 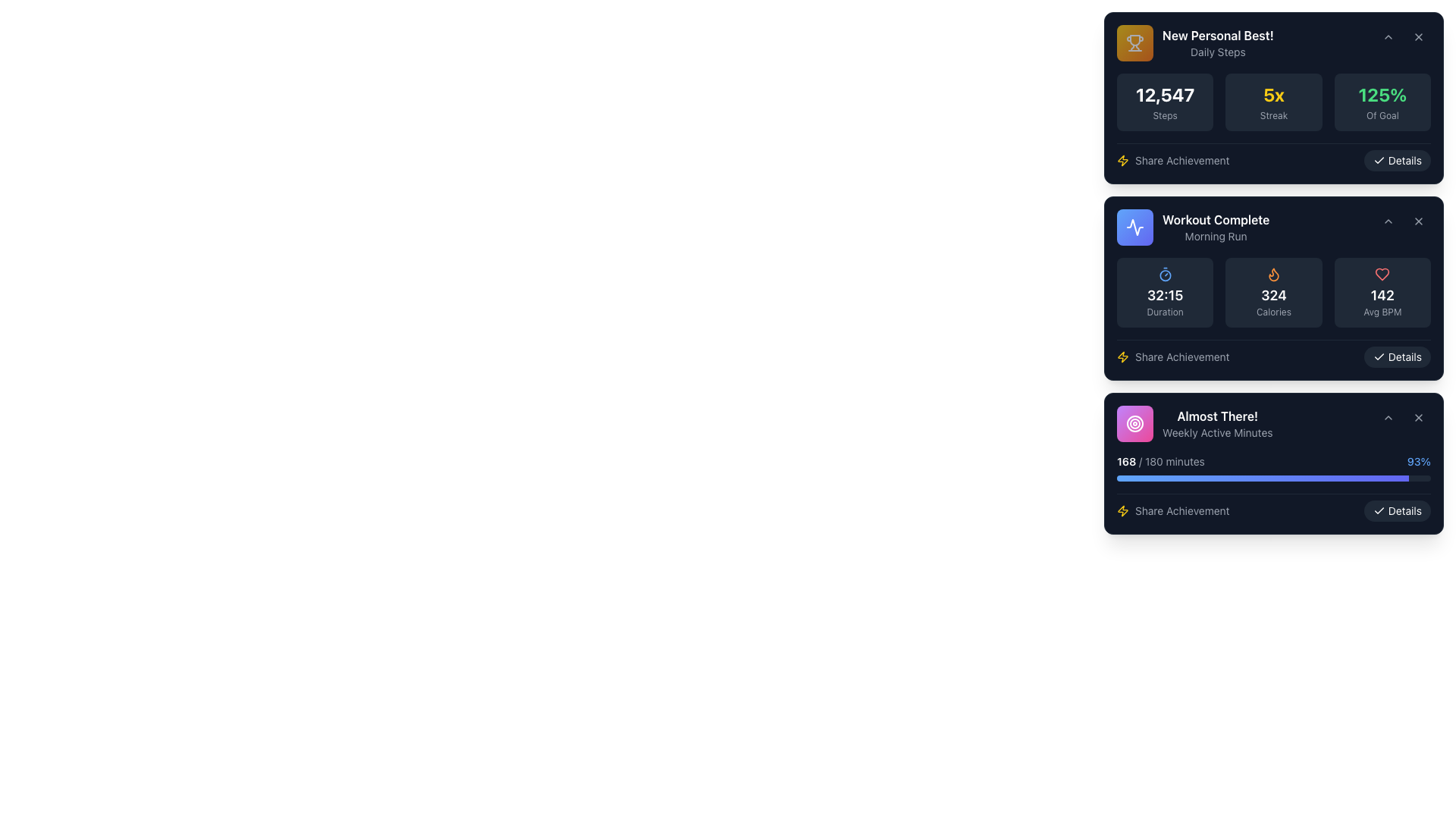 What do you see at coordinates (1274, 312) in the screenshot?
I see `the statistical summary display located in the 'Workout Complete' card, which consists of three sections: Duration, Calories, and Avg BPM` at bounding box center [1274, 312].